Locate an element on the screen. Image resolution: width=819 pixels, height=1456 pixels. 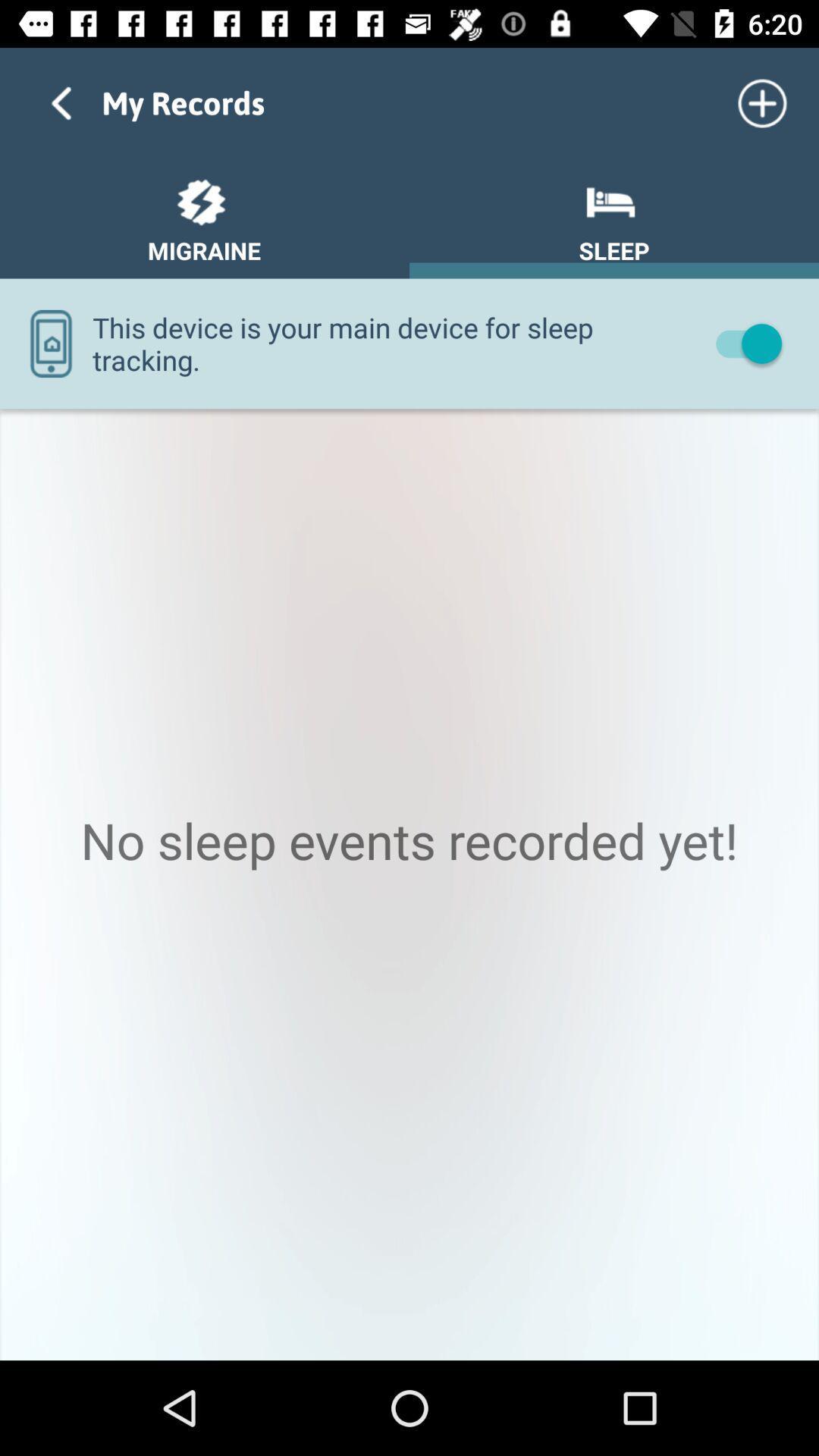
item below this device is is located at coordinates (409, 884).